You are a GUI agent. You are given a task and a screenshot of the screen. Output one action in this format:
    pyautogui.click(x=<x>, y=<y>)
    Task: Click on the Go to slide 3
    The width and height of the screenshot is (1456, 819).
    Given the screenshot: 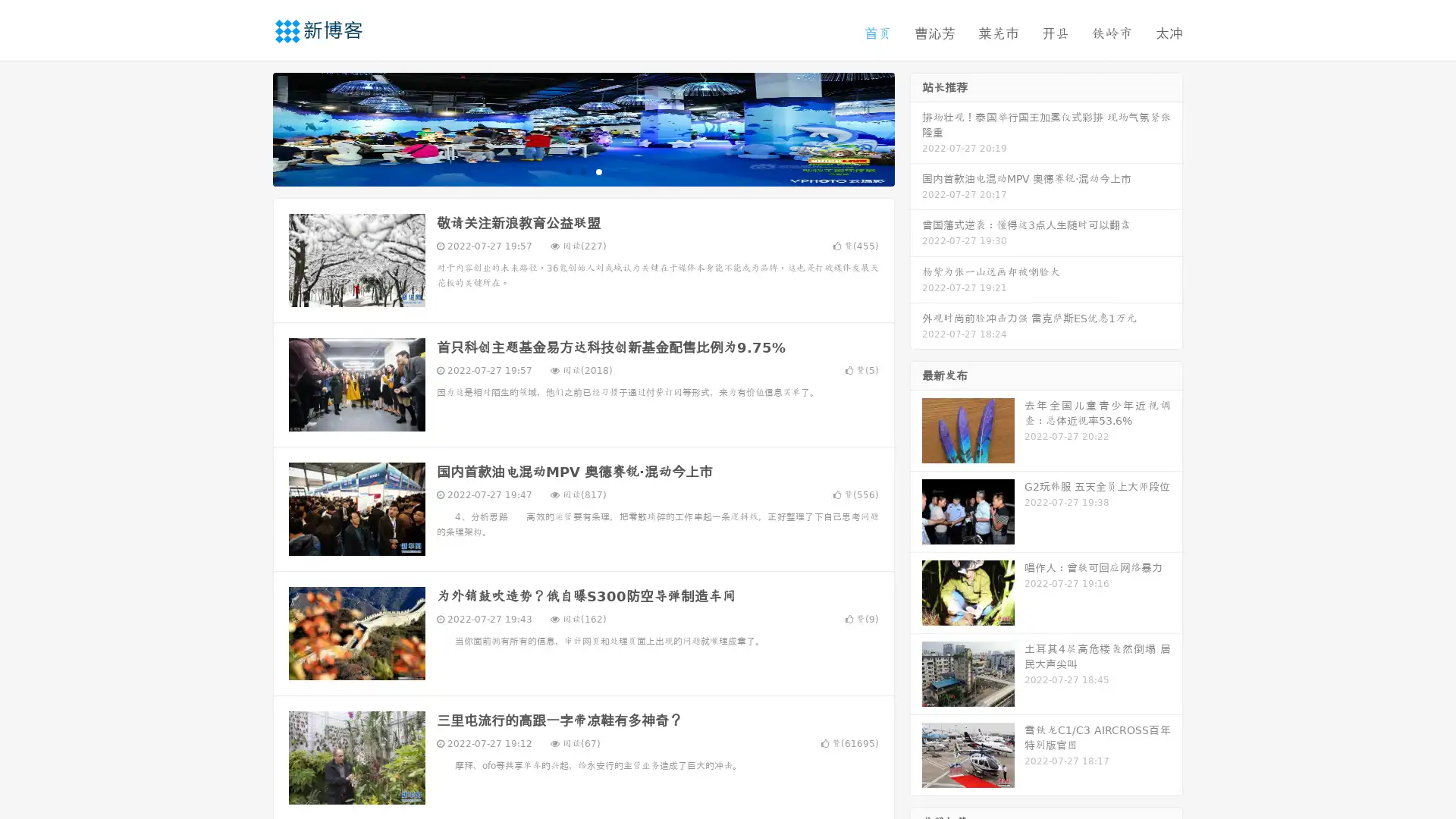 What is the action you would take?
    pyautogui.click(x=598, y=171)
    